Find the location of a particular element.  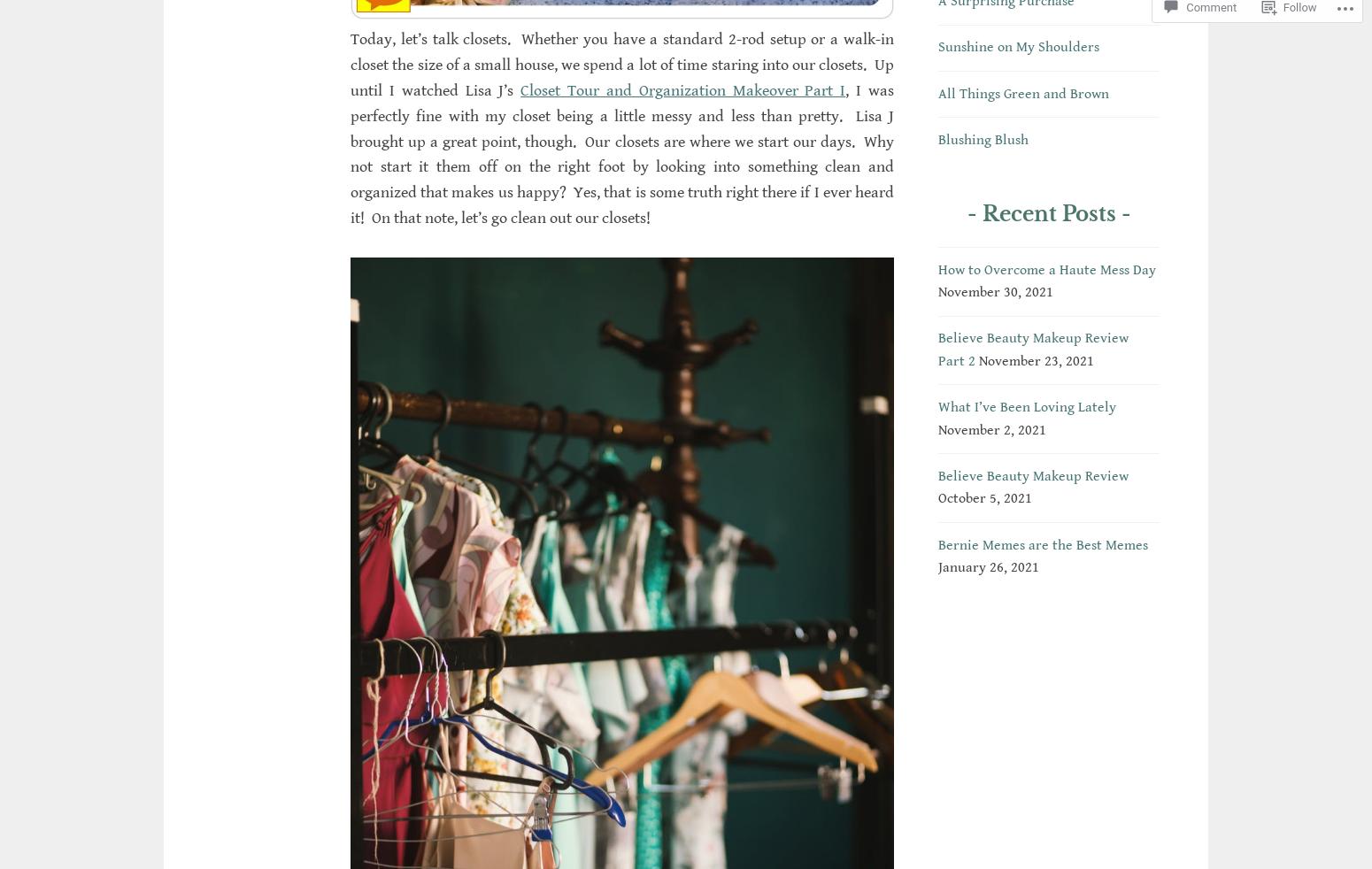

'November 2, 2021' is located at coordinates (938, 429).